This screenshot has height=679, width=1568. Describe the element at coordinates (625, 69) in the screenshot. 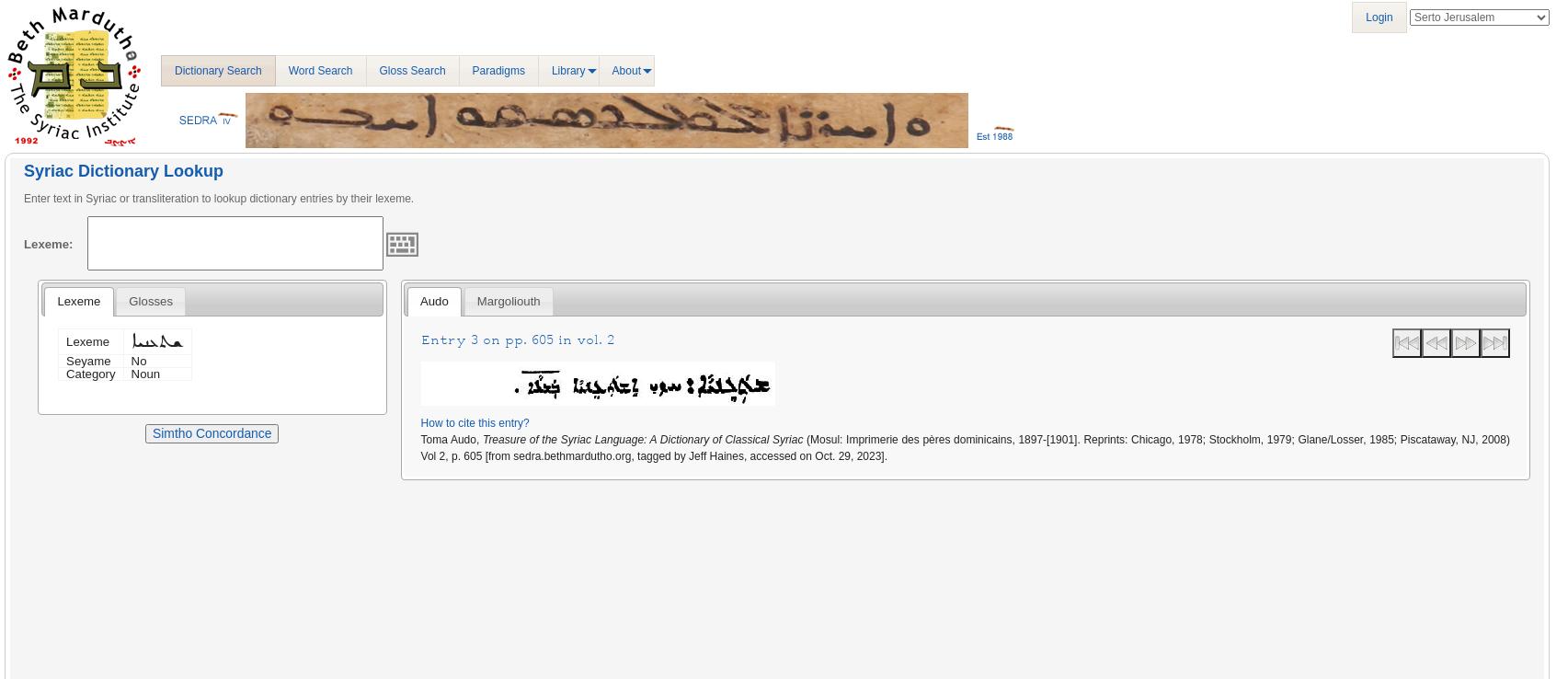

I see `'About'` at that location.